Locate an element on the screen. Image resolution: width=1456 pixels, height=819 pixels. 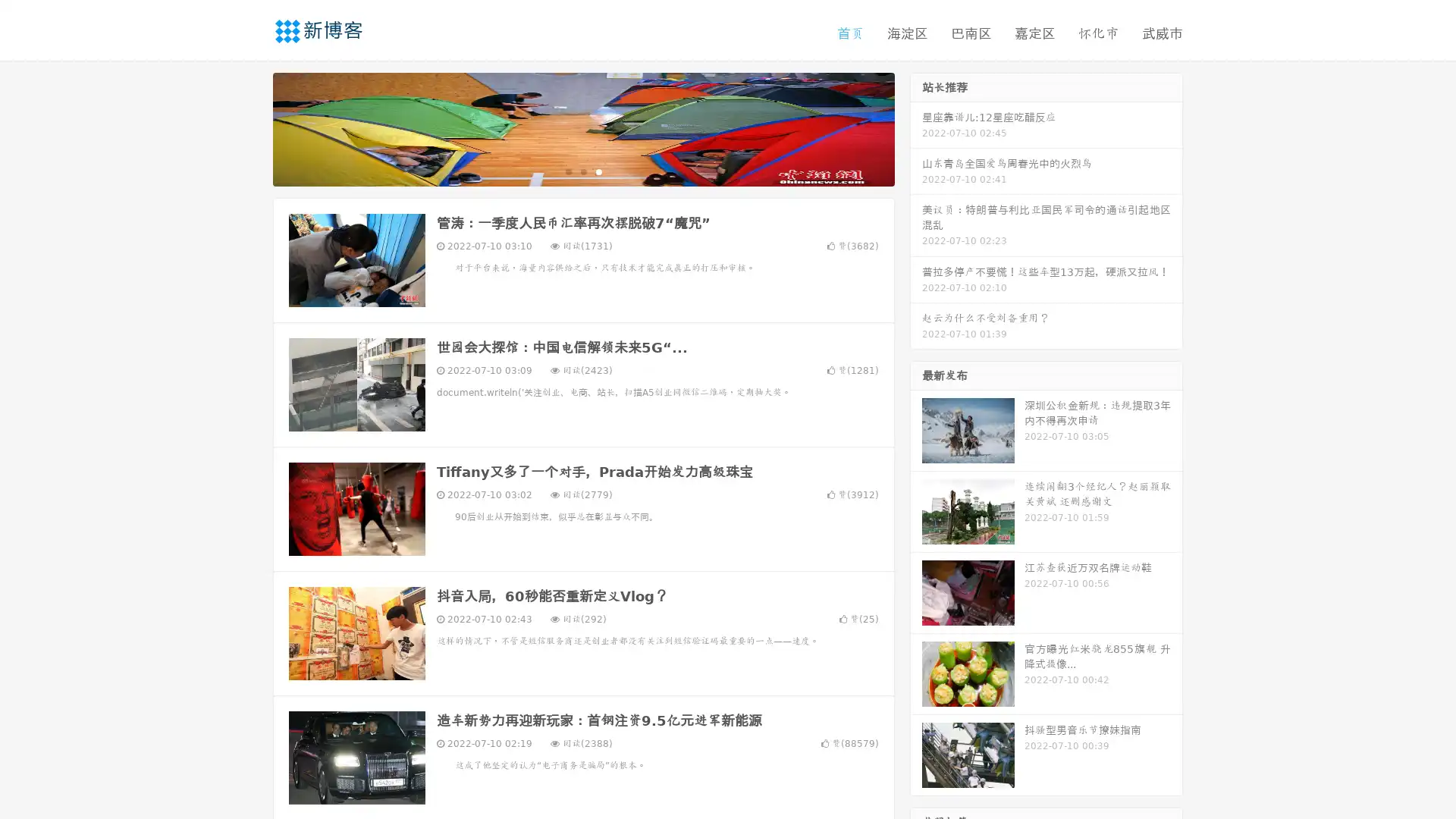
Previous slide is located at coordinates (250, 127).